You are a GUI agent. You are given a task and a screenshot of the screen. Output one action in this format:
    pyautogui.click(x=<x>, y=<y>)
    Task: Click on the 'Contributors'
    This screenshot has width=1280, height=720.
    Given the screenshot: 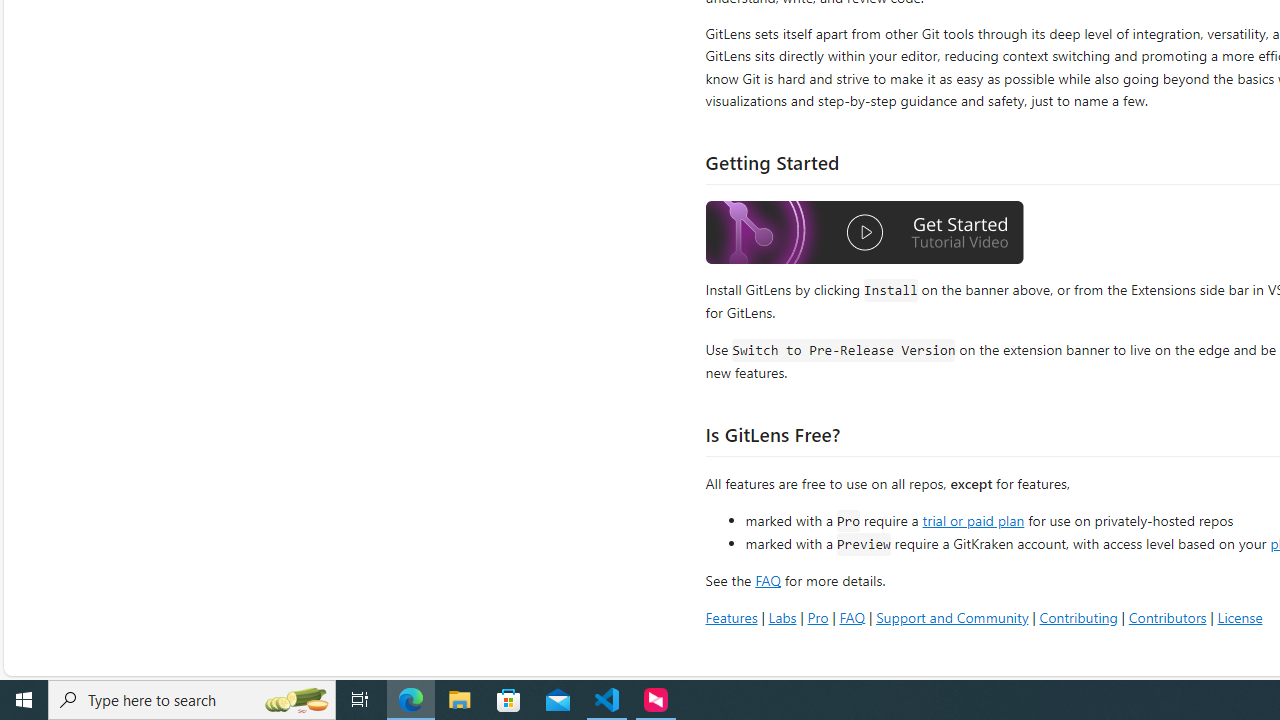 What is the action you would take?
    pyautogui.click(x=1167, y=616)
    